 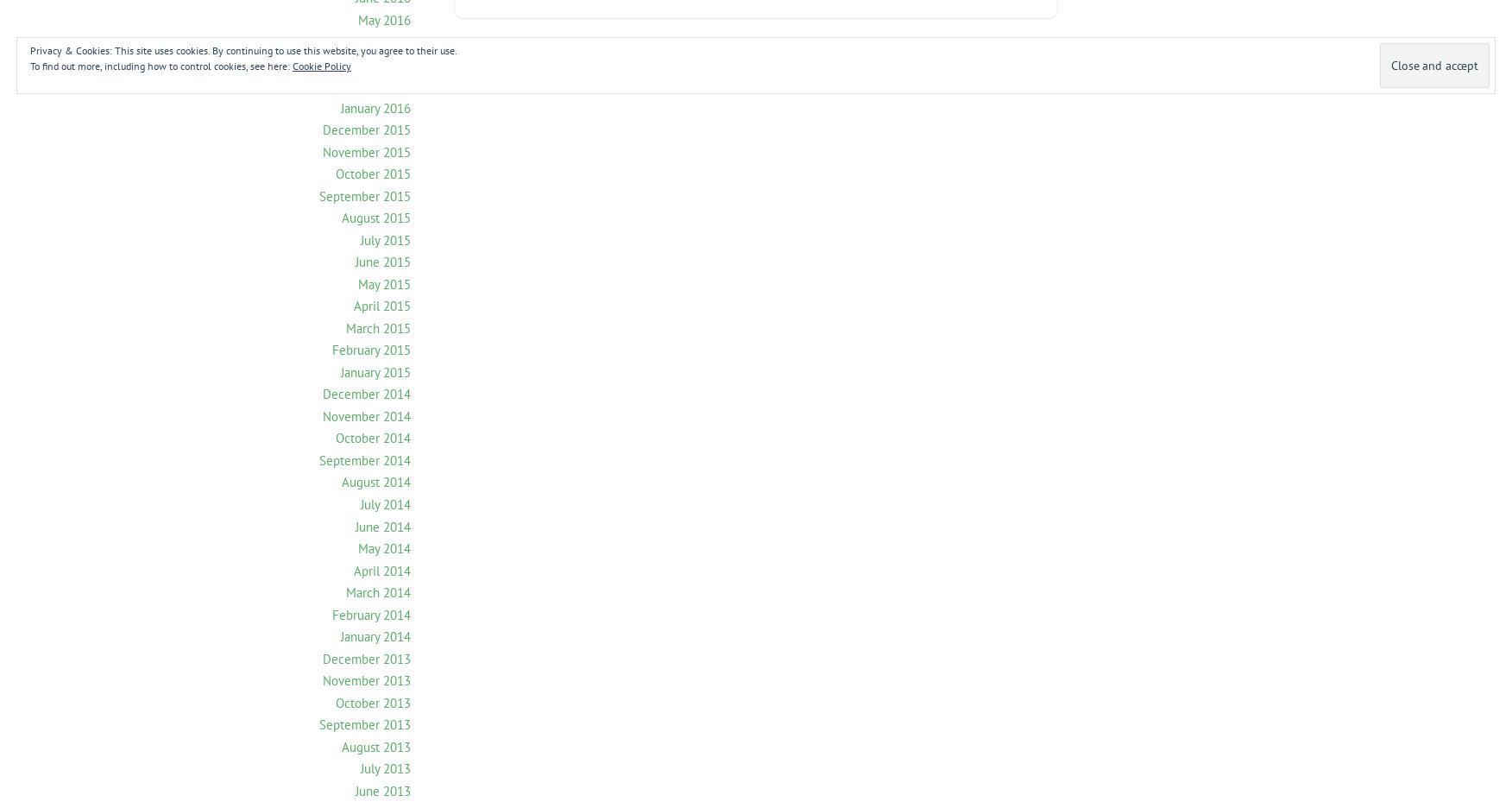 I want to click on 'November 2014', so click(x=366, y=414).